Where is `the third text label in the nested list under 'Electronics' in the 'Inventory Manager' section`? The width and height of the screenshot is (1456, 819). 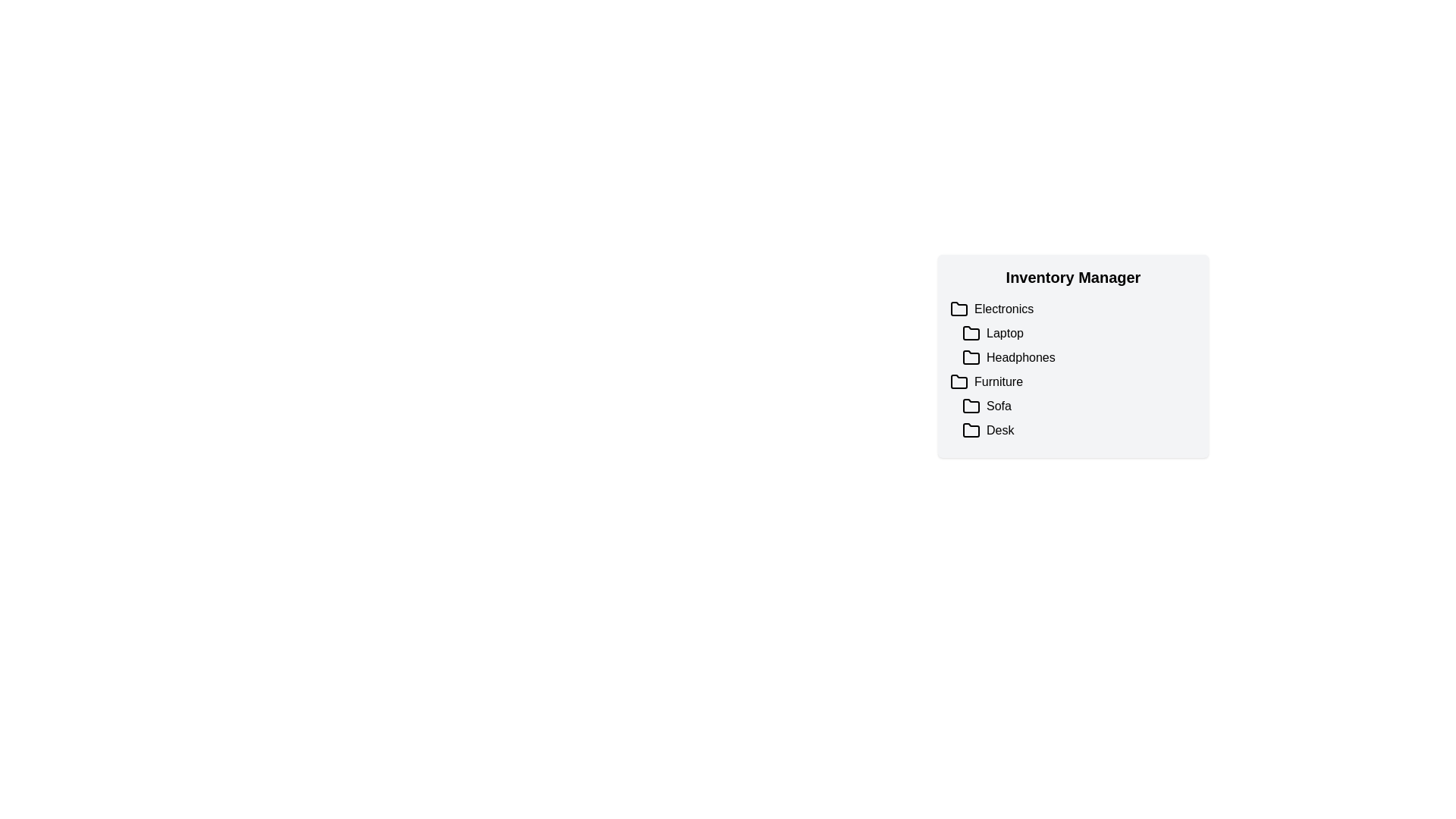
the third text label in the nested list under 'Electronics' in the 'Inventory Manager' section is located at coordinates (1021, 357).